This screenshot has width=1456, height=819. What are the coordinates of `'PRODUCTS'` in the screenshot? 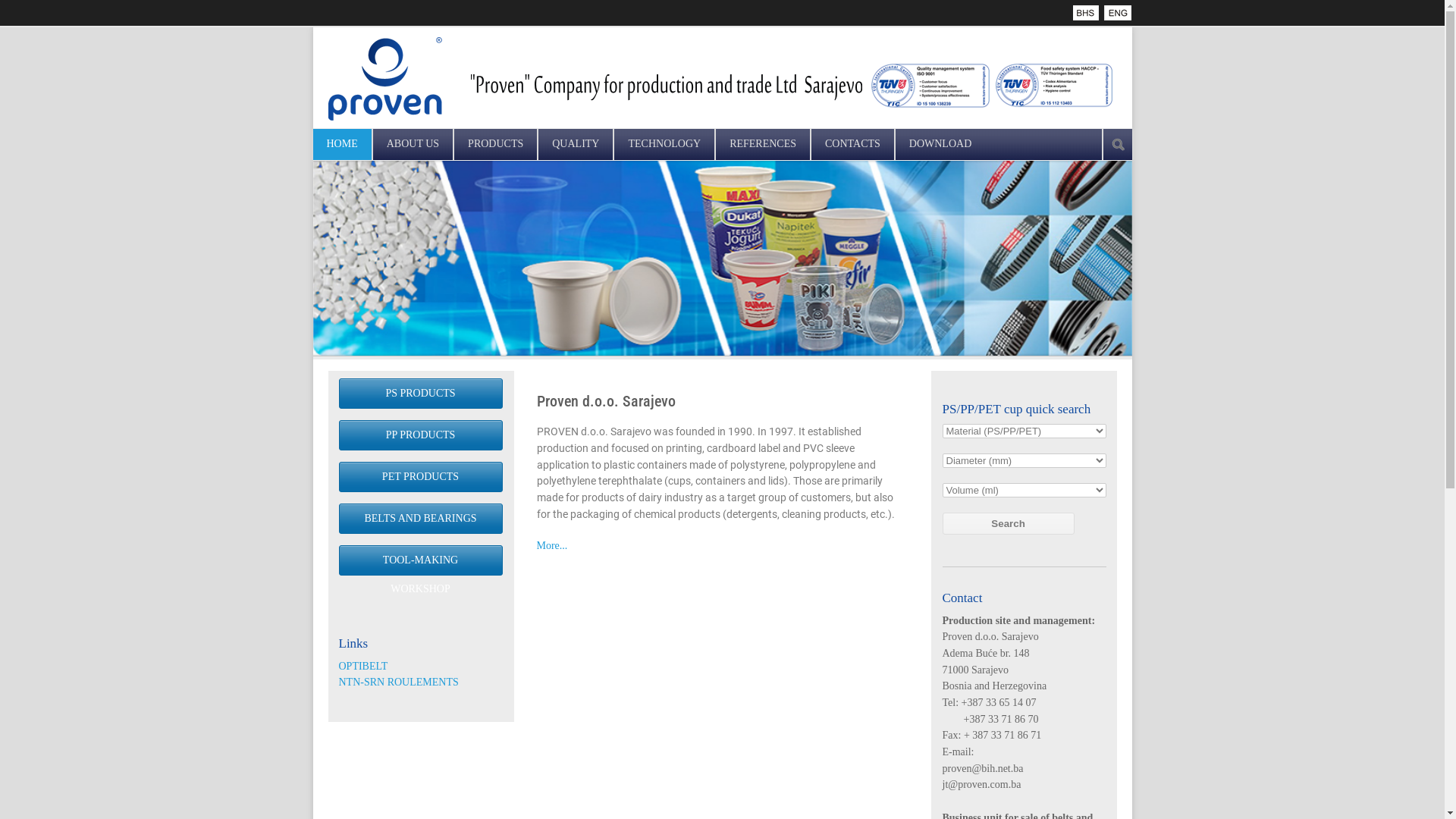 It's located at (495, 144).